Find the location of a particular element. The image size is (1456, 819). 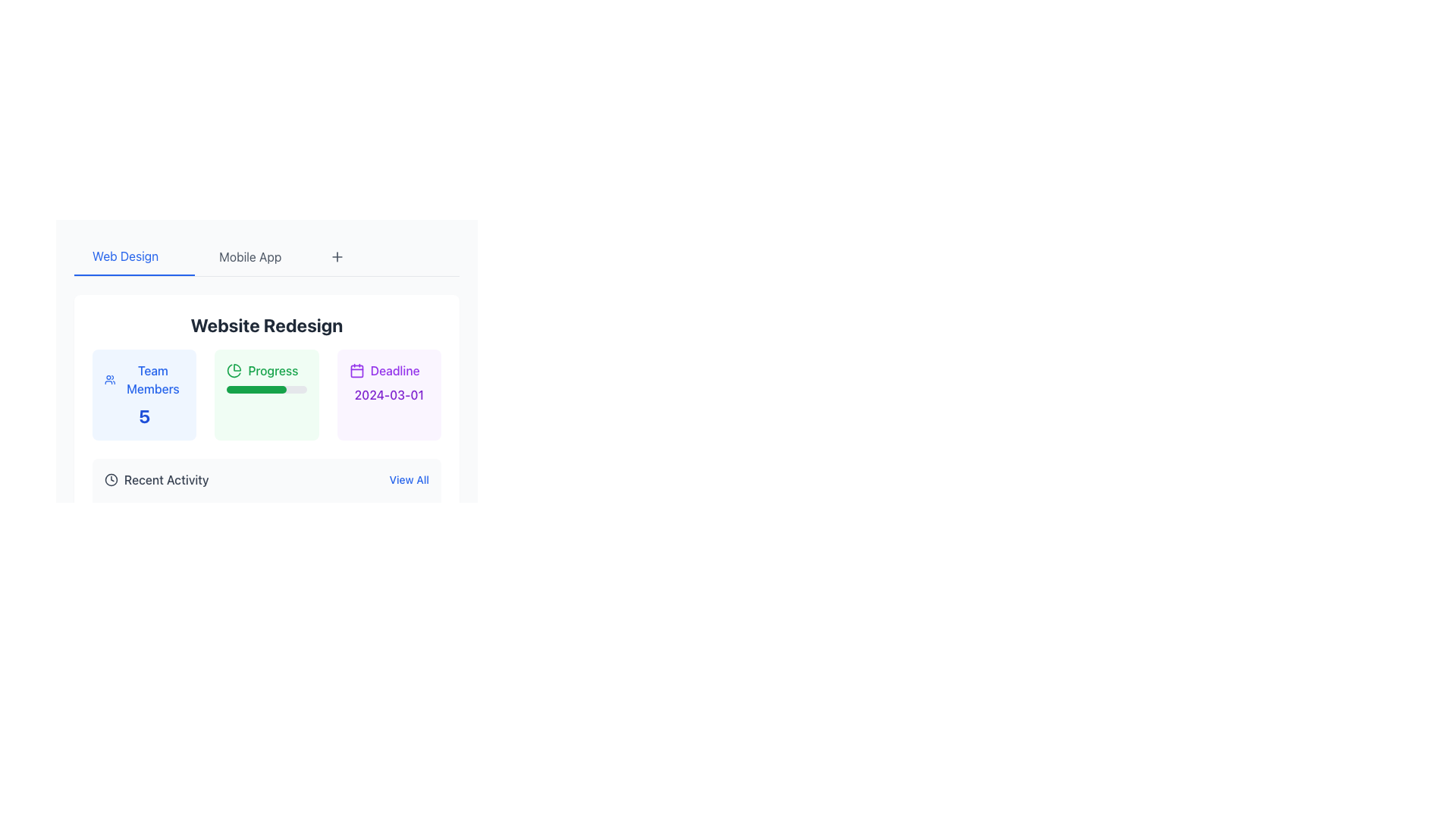

the outer circular component of the clock icon, which has a black border and is located between the progress bar and the deadline information is located at coordinates (111, 479).